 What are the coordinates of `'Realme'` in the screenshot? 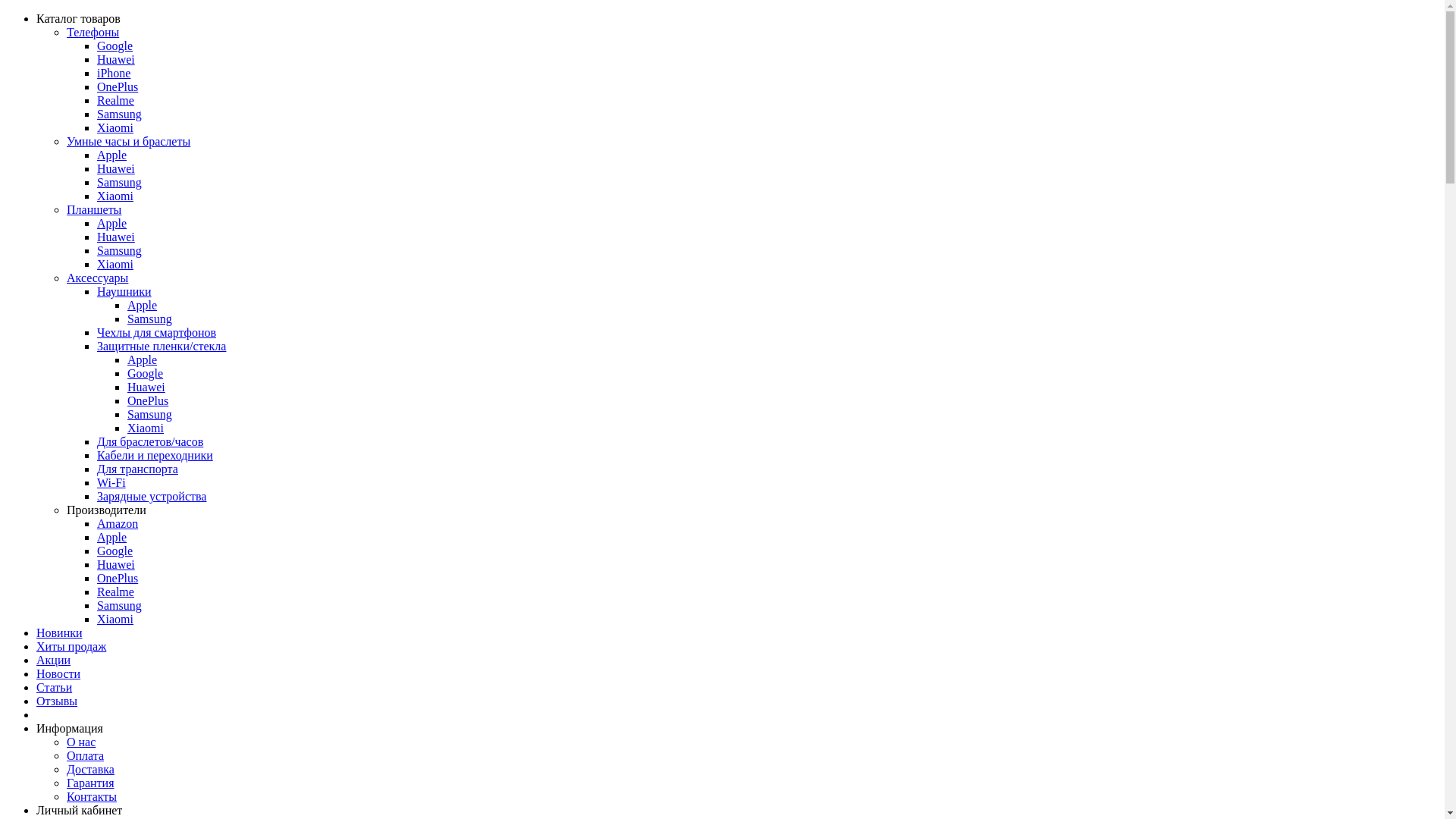 It's located at (96, 591).